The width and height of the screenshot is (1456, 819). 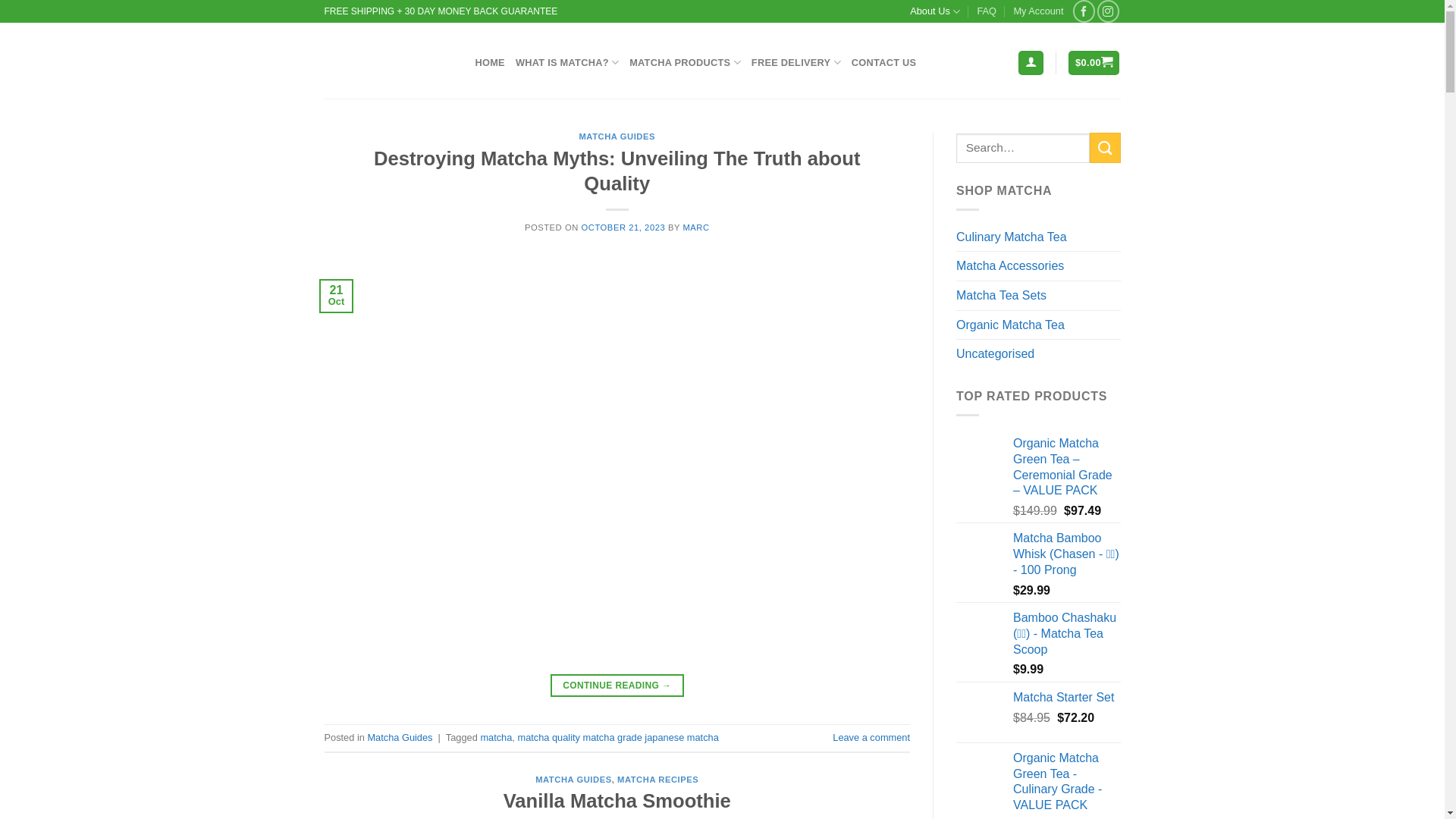 I want to click on 'OCTOBER 21, 2023', so click(x=623, y=227).